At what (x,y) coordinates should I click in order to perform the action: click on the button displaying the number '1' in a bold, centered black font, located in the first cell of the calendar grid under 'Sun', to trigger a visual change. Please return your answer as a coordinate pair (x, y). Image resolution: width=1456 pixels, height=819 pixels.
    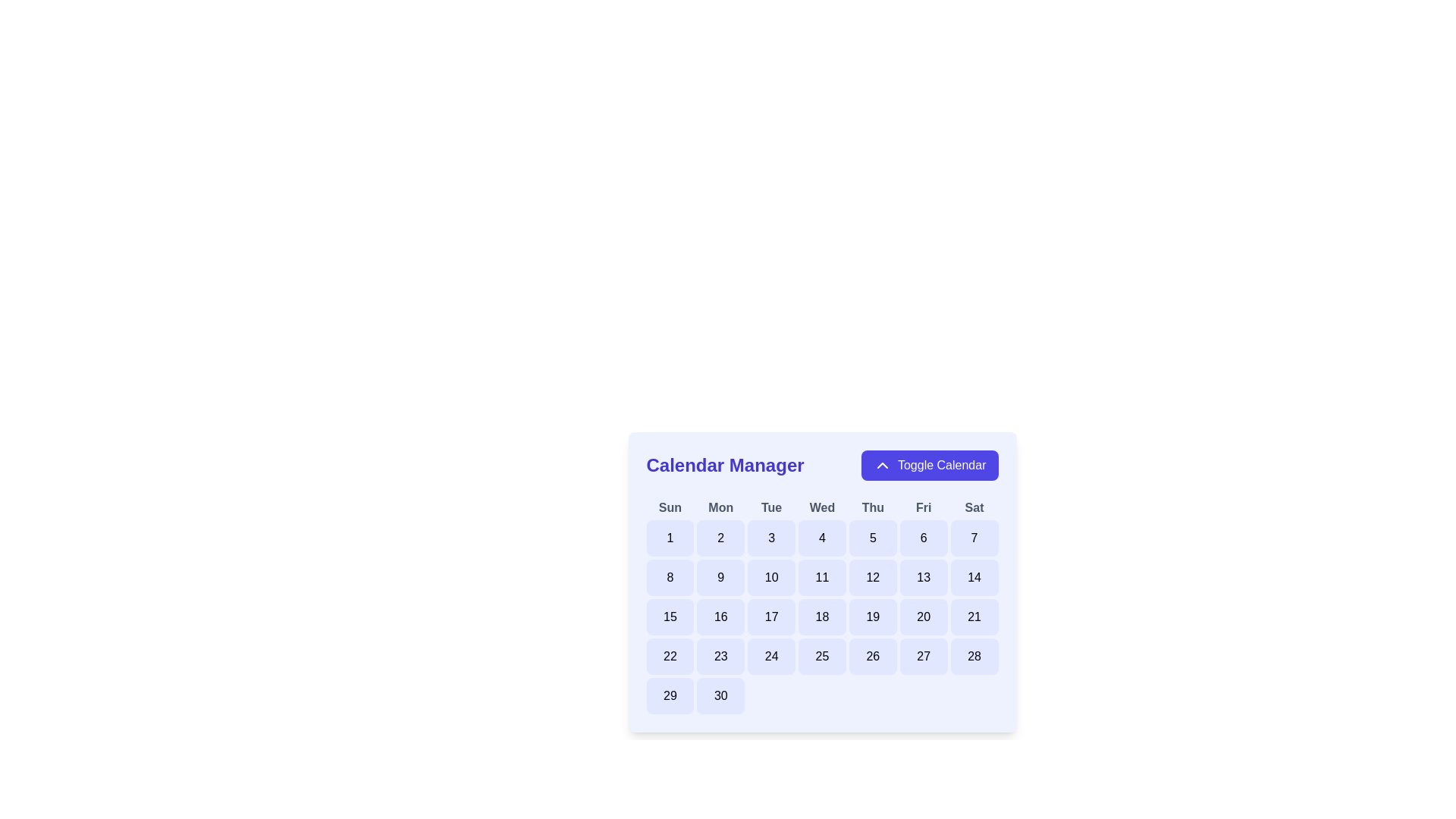
    Looking at the image, I should click on (669, 537).